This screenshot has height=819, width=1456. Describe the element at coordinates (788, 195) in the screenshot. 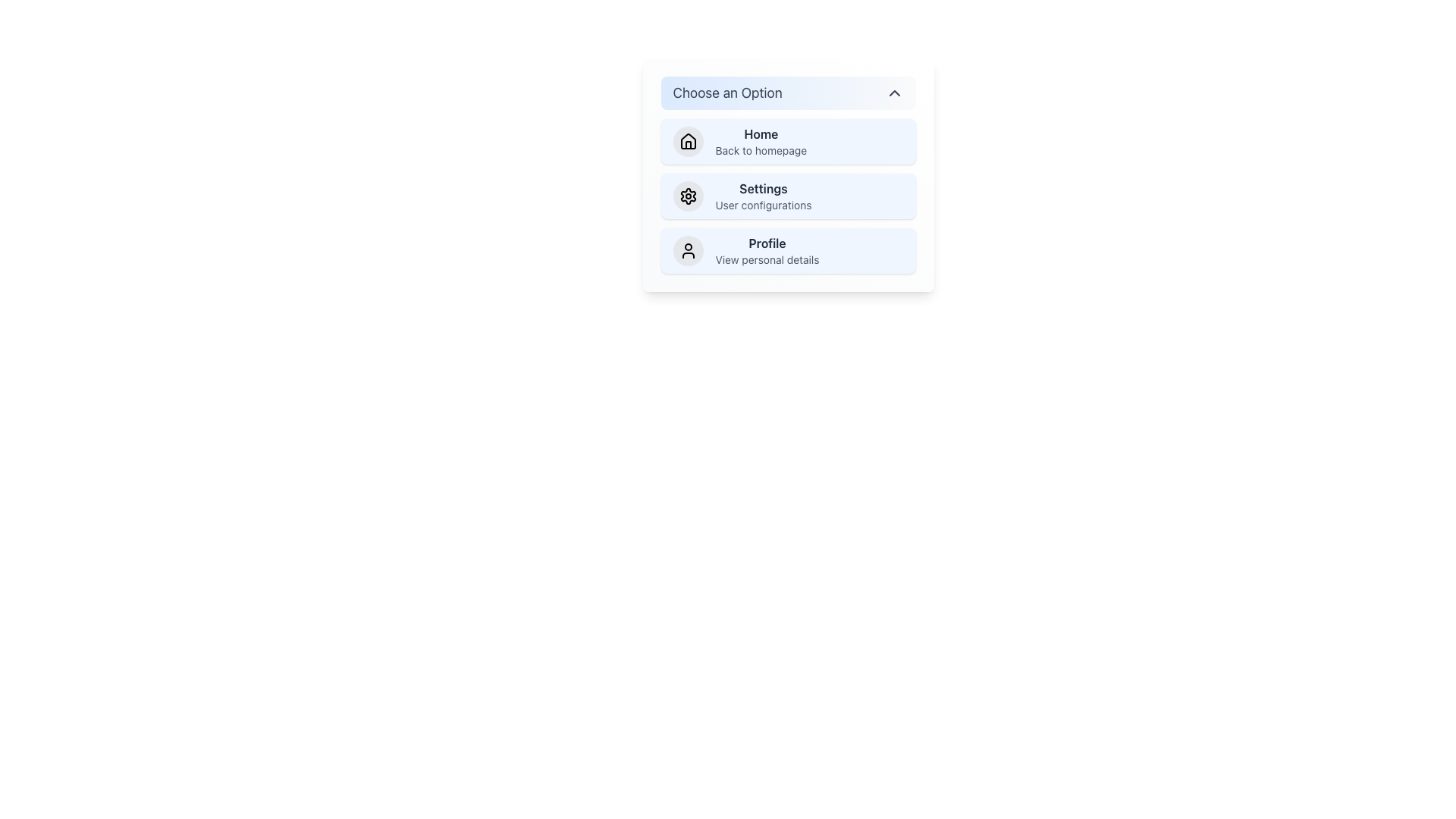

I see `the 'Settings' button-like interactive list item, which is the second item in the 'Choose an Option' list` at that location.